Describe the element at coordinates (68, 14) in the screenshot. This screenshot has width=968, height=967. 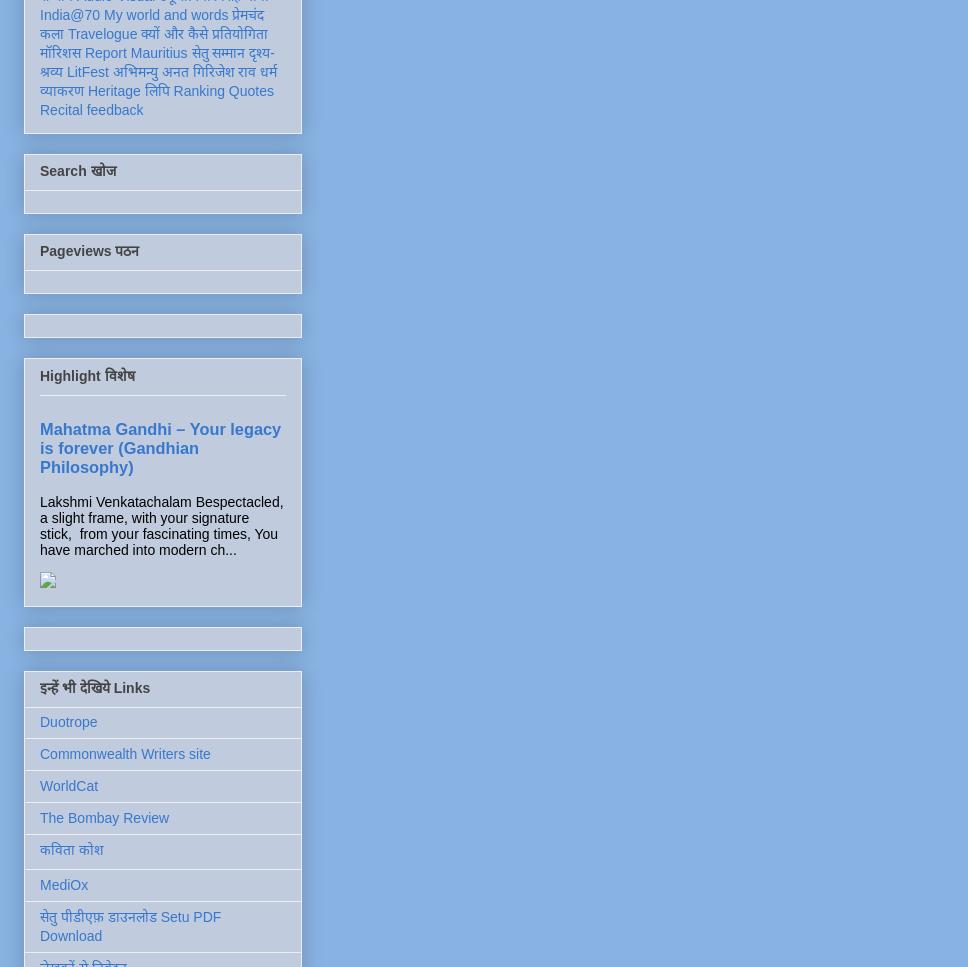
I see `'India@70'` at that location.